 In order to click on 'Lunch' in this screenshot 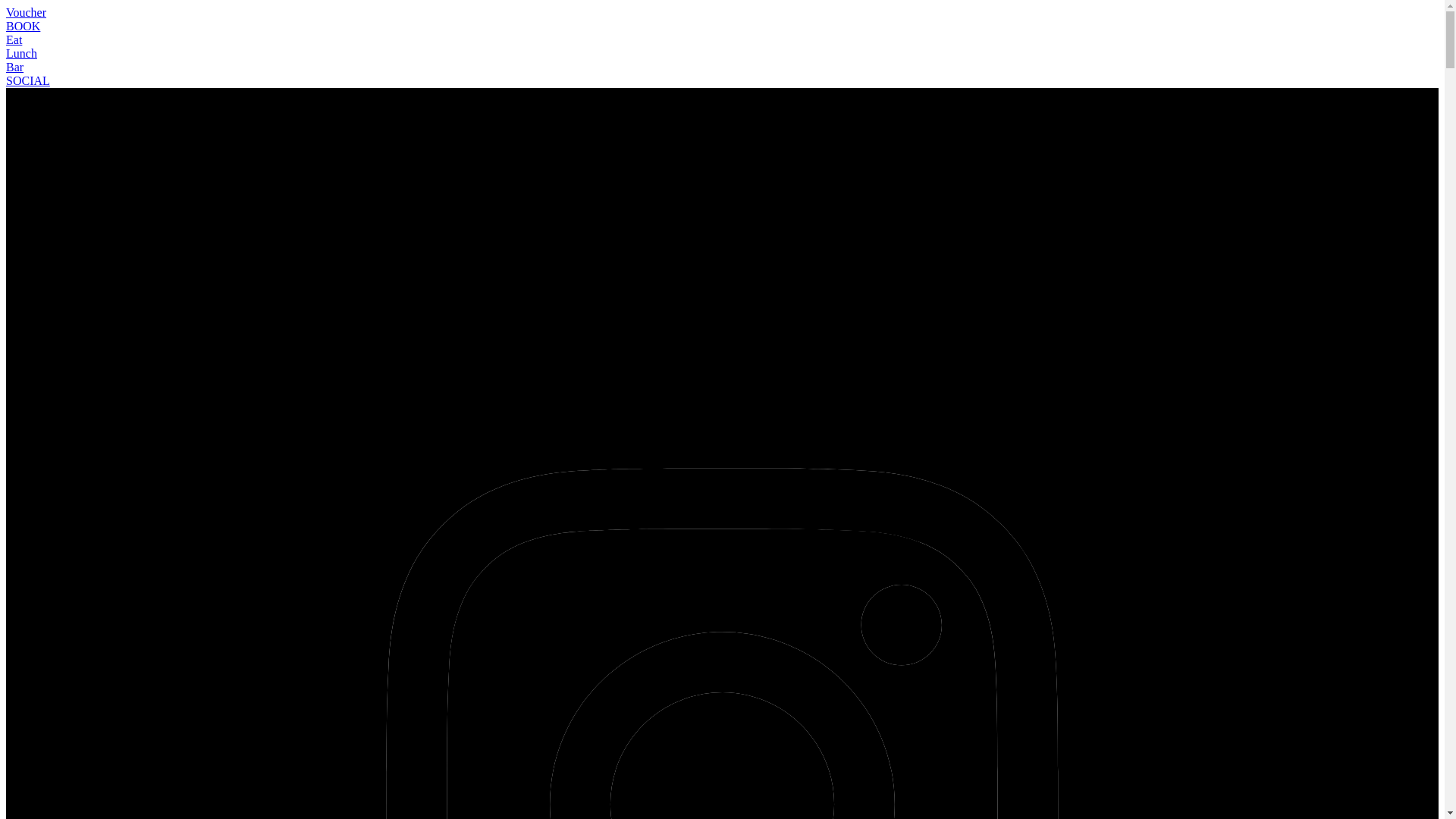, I will do `click(21, 52)`.